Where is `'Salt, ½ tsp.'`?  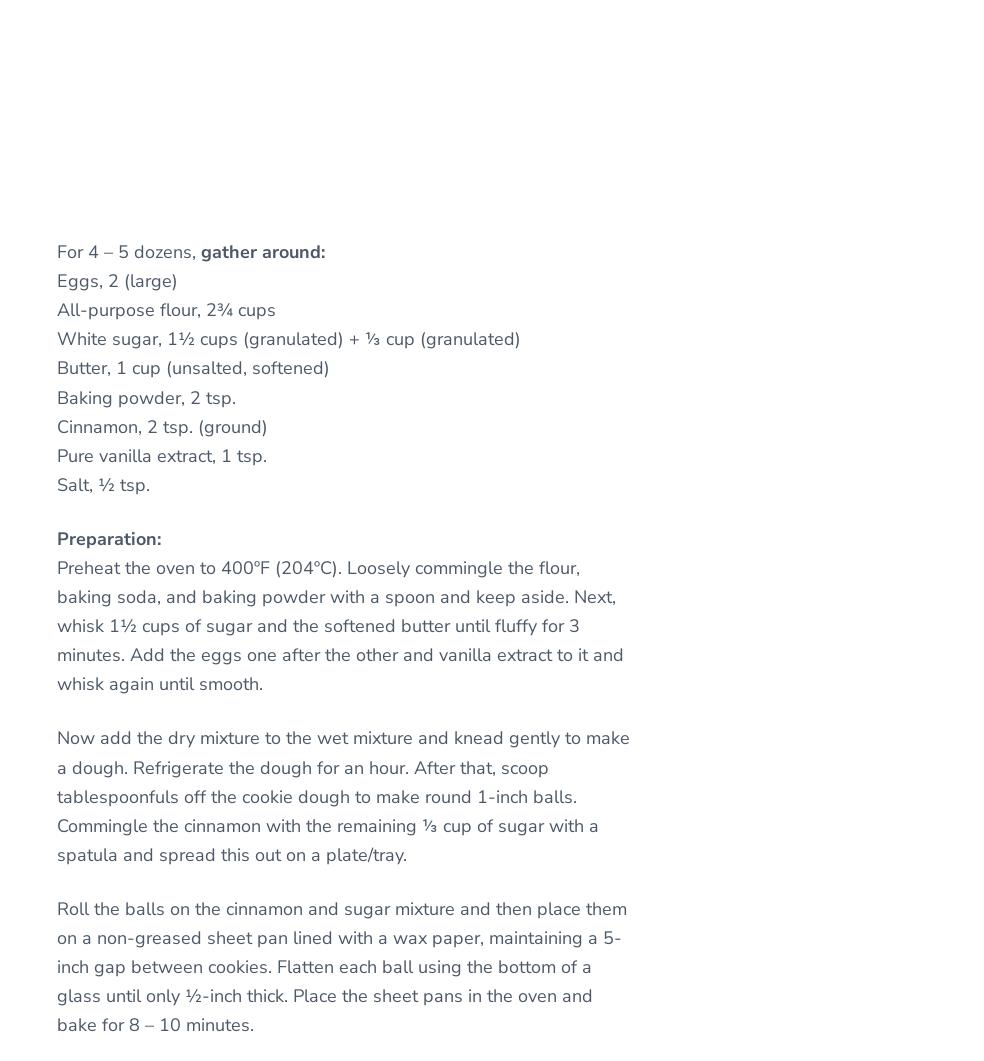
'Salt, ½ tsp.' is located at coordinates (102, 484).